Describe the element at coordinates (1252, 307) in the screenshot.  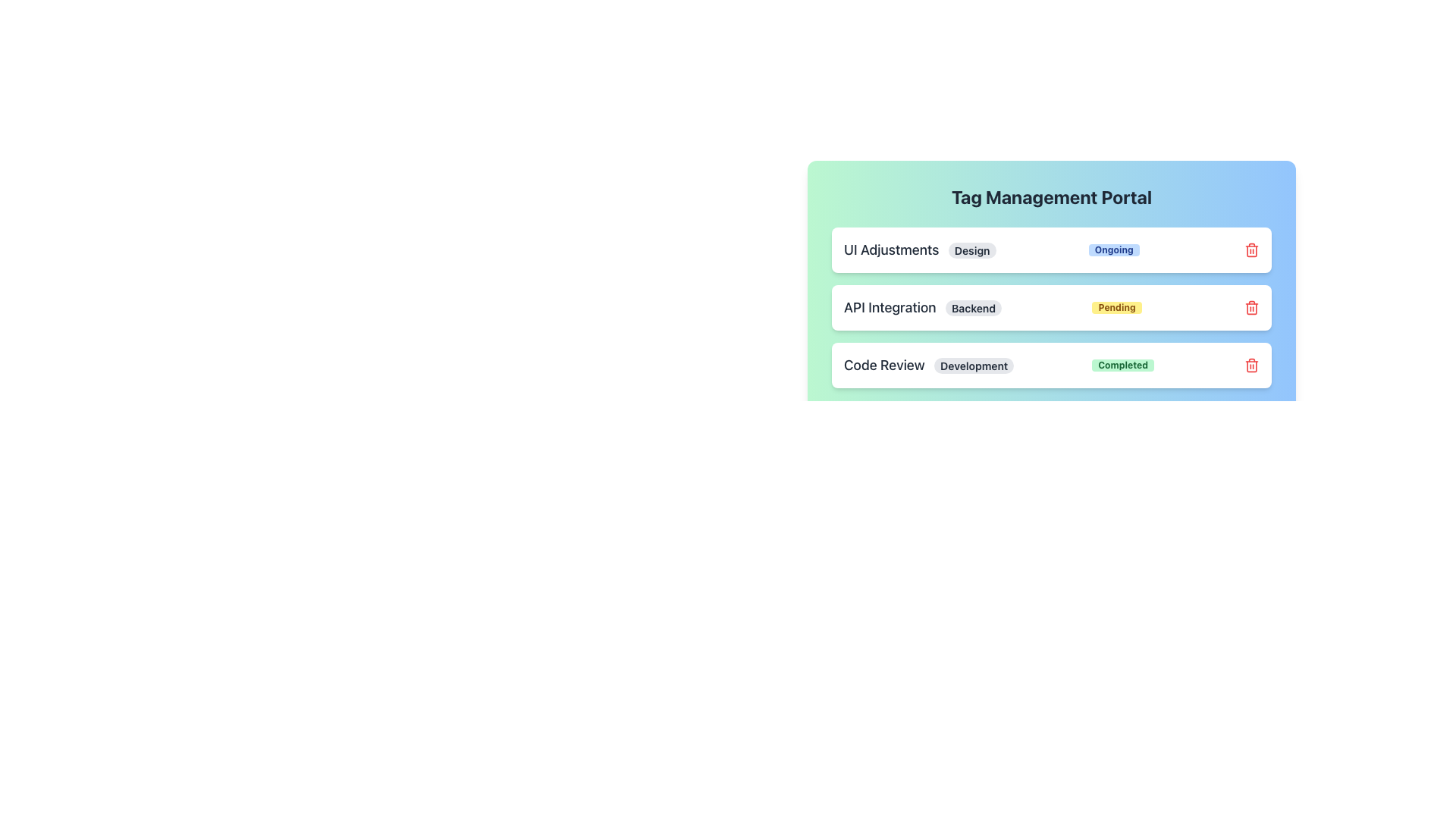
I see `the trash icon button with a red border and white background, located at the right end of the row labeled 'API Integration Backend Pending'` at that location.